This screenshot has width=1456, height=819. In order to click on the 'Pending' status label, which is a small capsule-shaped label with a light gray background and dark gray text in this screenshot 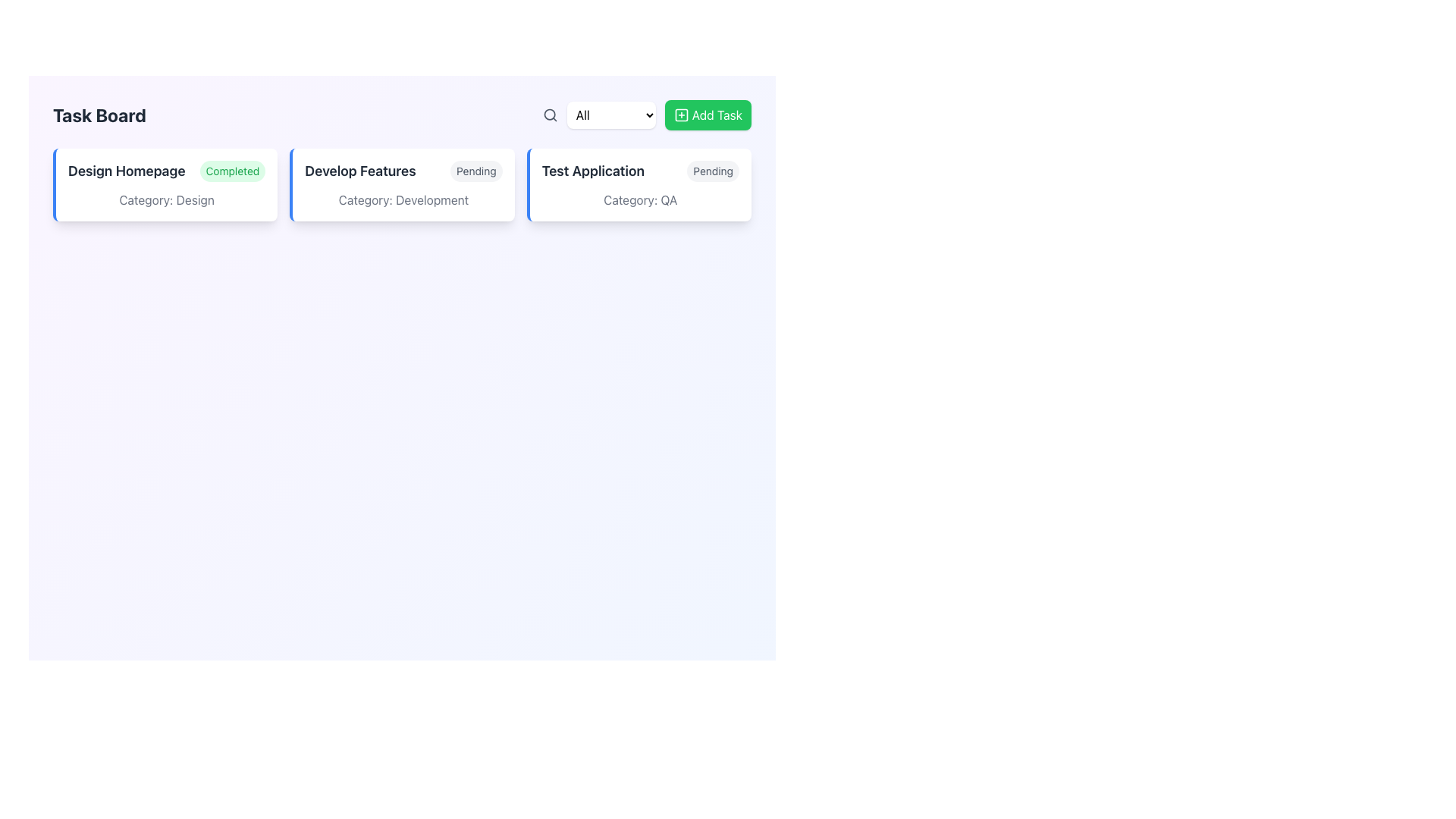, I will do `click(712, 171)`.